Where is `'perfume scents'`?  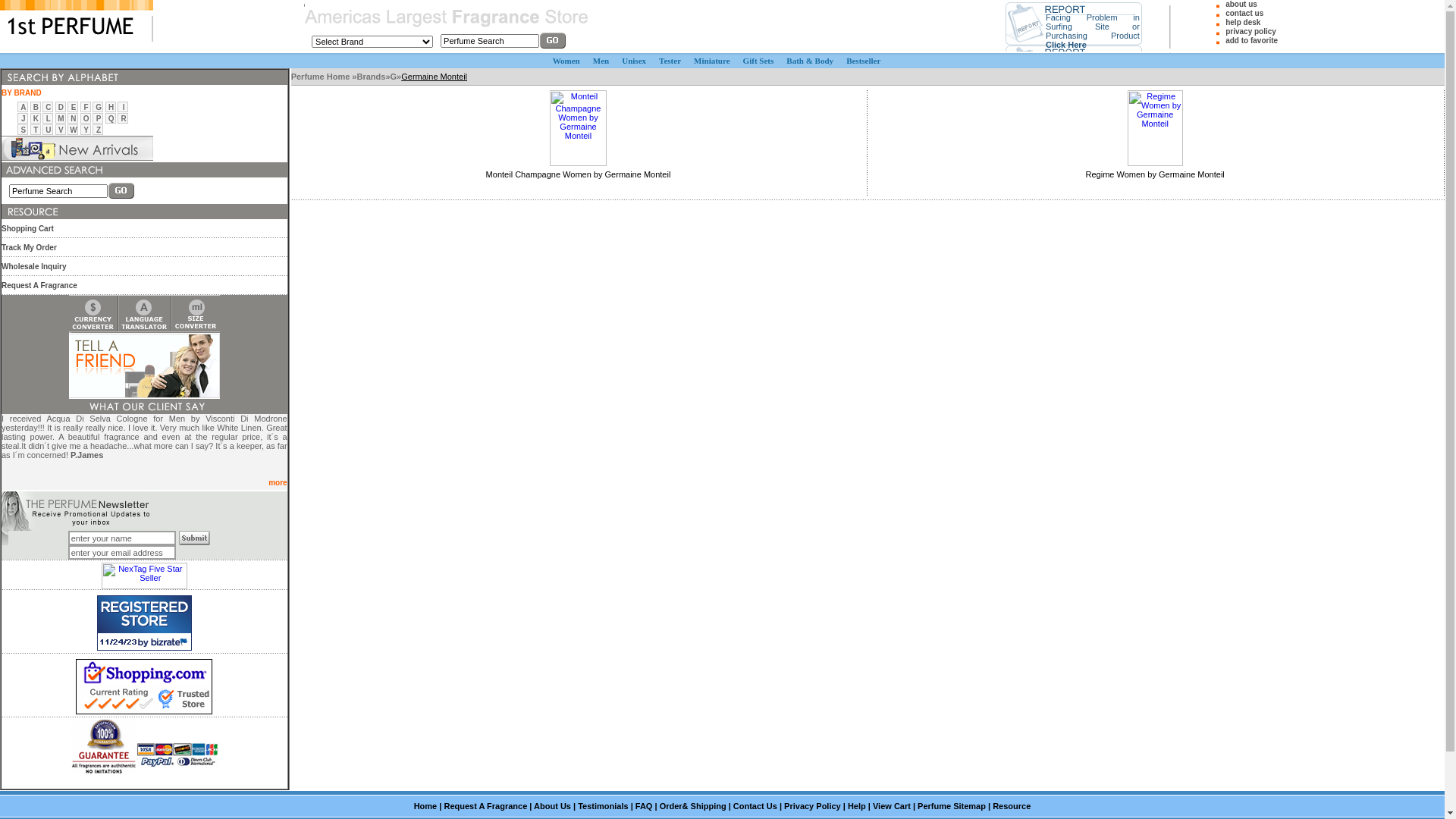 'perfume scents' is located at coordinates (177, 530).